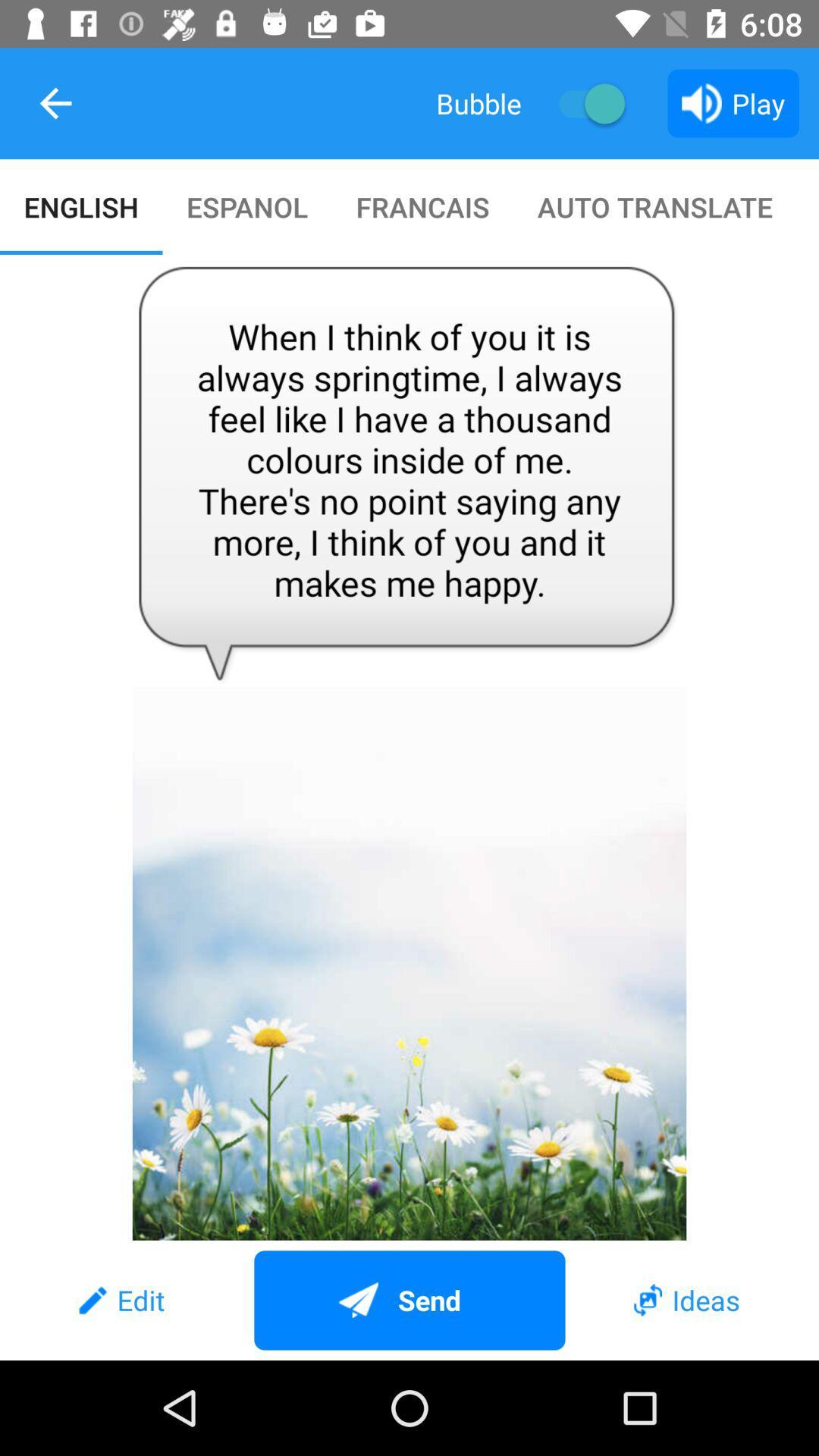  I want to click on item above auto translate item, so click(584, 102).